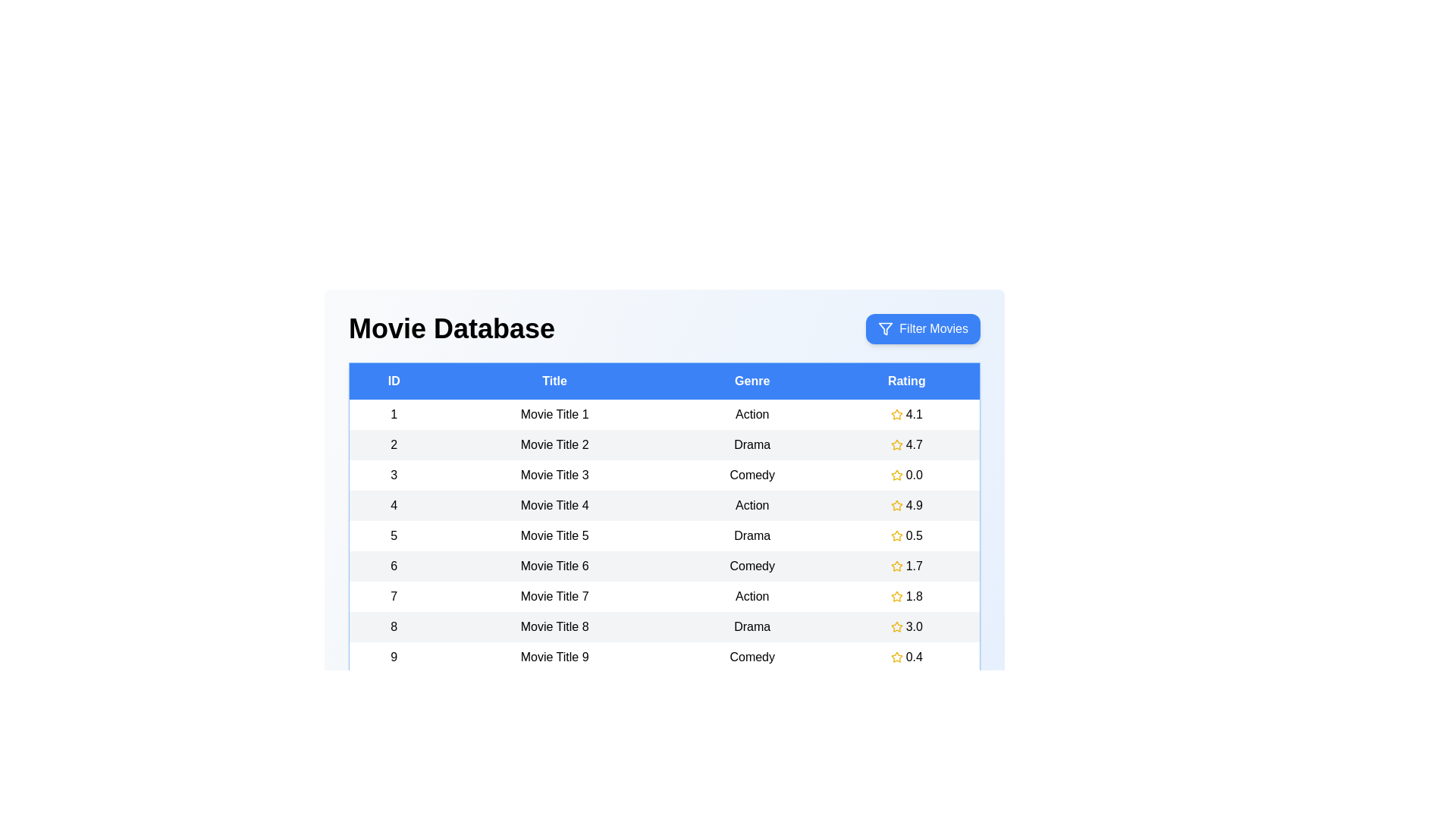 This screenshot has width=1456, height=819. What do you see at coordinates (752, 380) in the screenshot?
I see `the column header to sort the table by Genre` at bounding box center [752, 380].